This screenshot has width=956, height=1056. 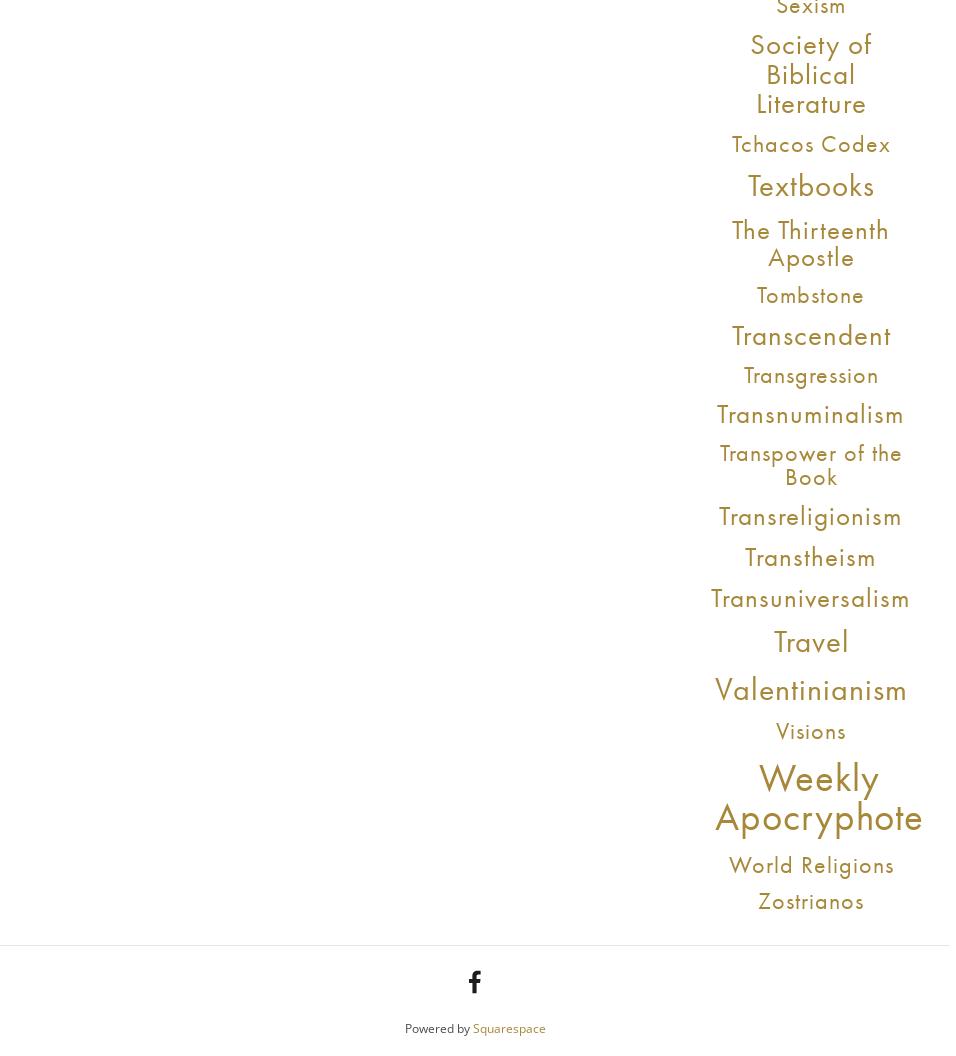 What do you see at coordinates (809, 729) in the screenshot?
I see `'Visions'` at bounding box center [809, 729].